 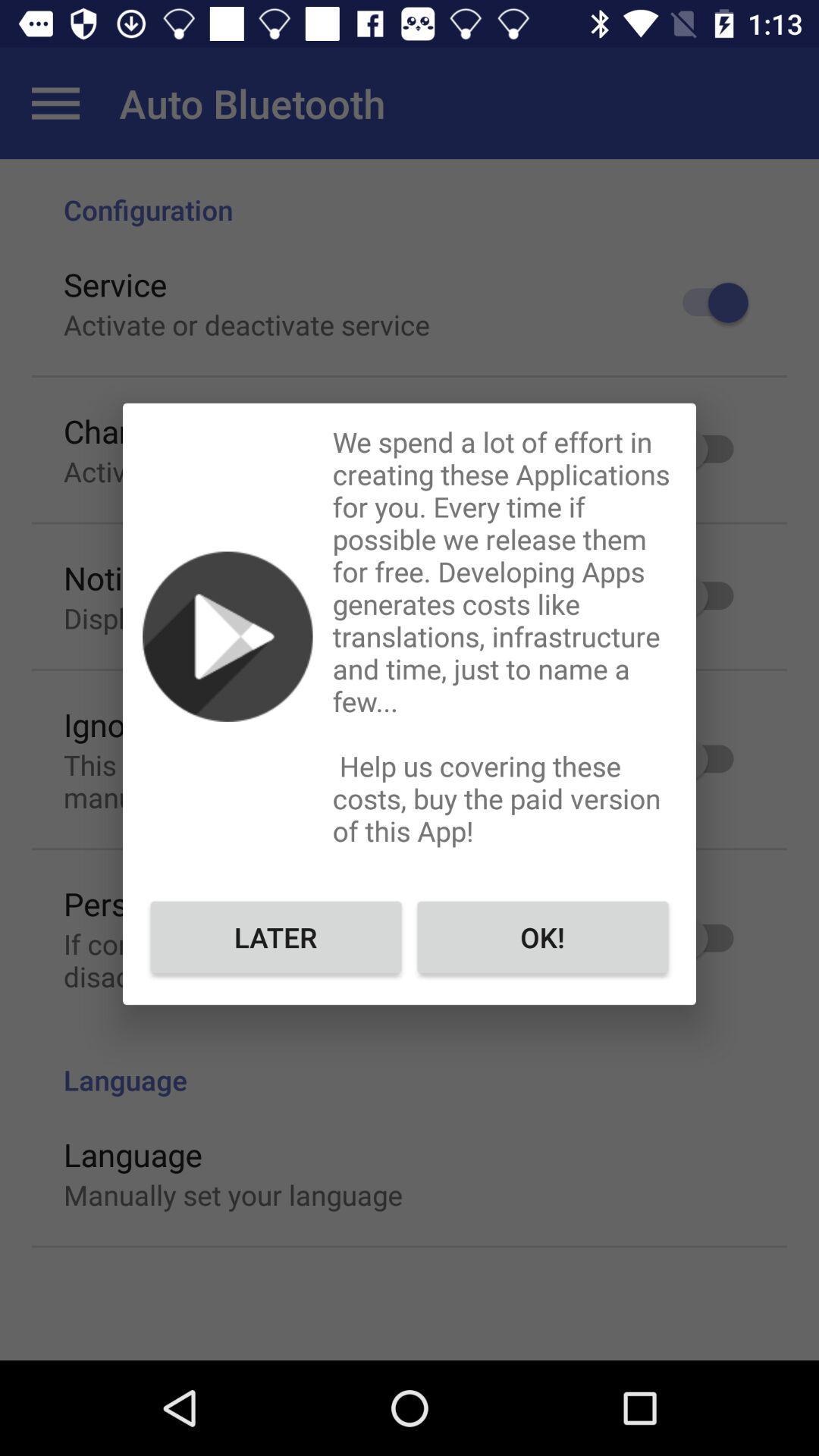 I want to click on app below we spend a, so click(x=541, y=936).